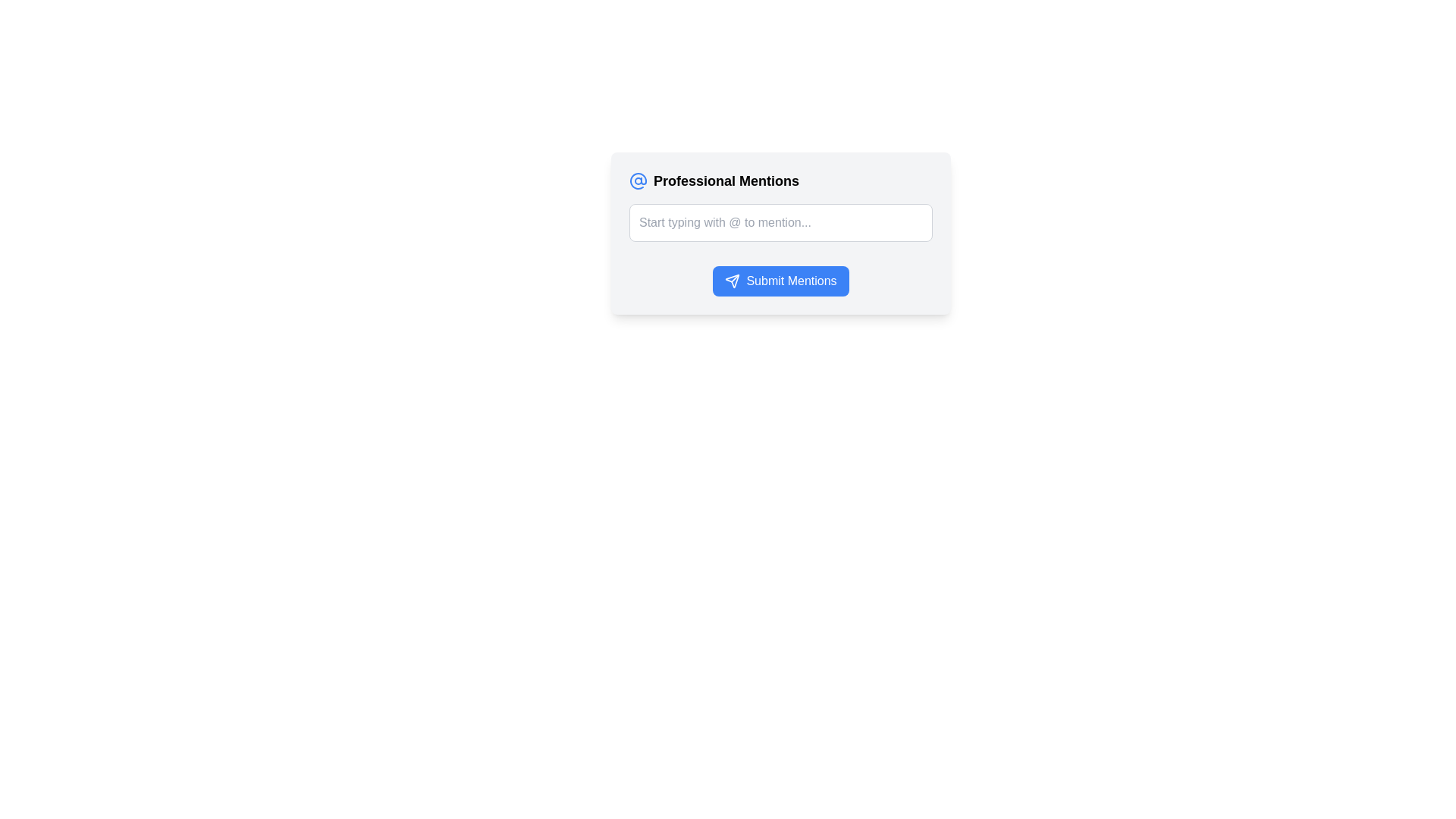 This screenshot has width=1456, height=819. What do you see at coordinates (733, 281) in the screenshot?
I see `the SVG Icon located to the left of the 'Submit Mentions' button's label text to confirm and send mentions` at bounding box center [733, 281].